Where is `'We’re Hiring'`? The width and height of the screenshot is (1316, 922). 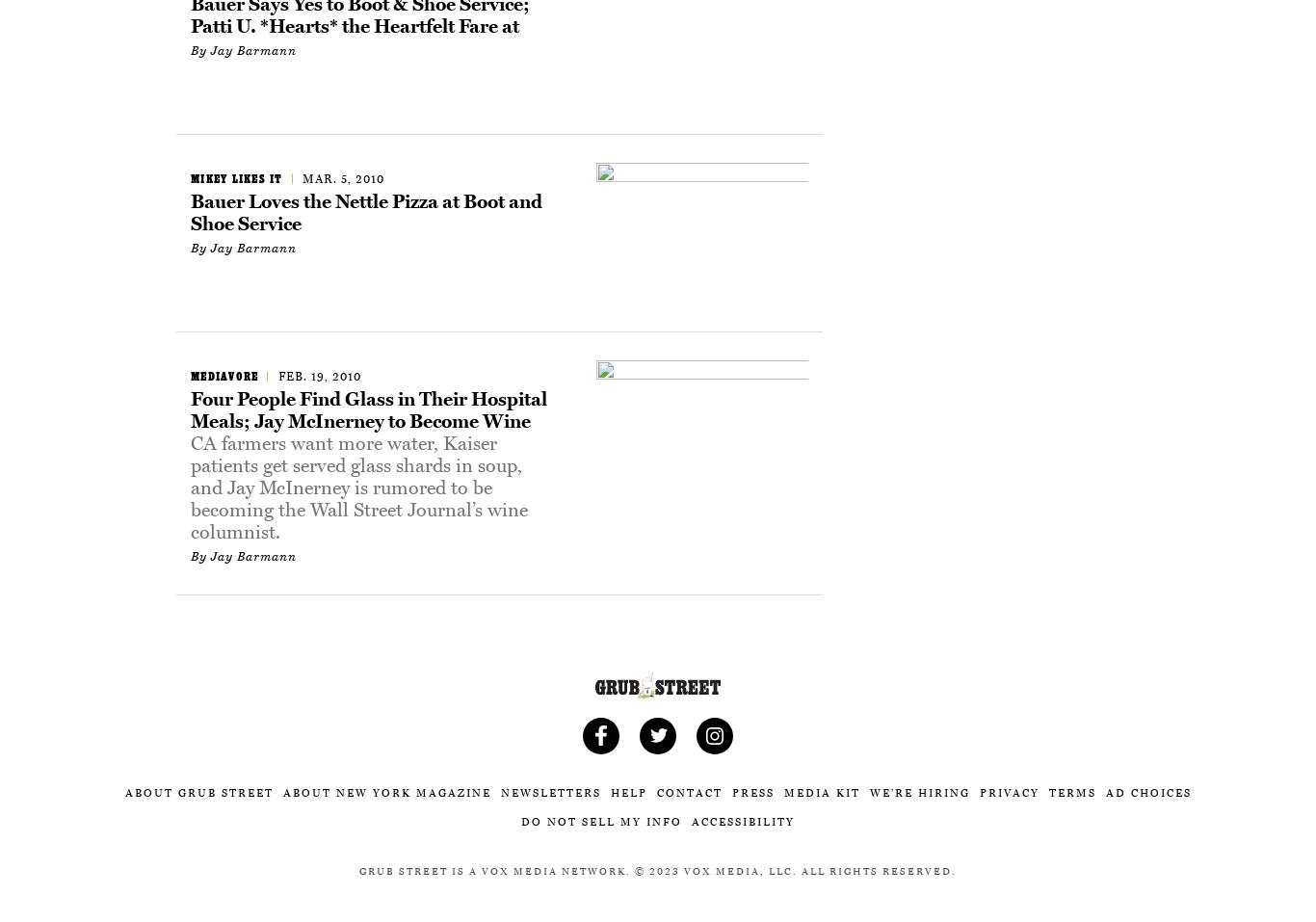
'We’re Hiring' is located at coordinates (919, 792).